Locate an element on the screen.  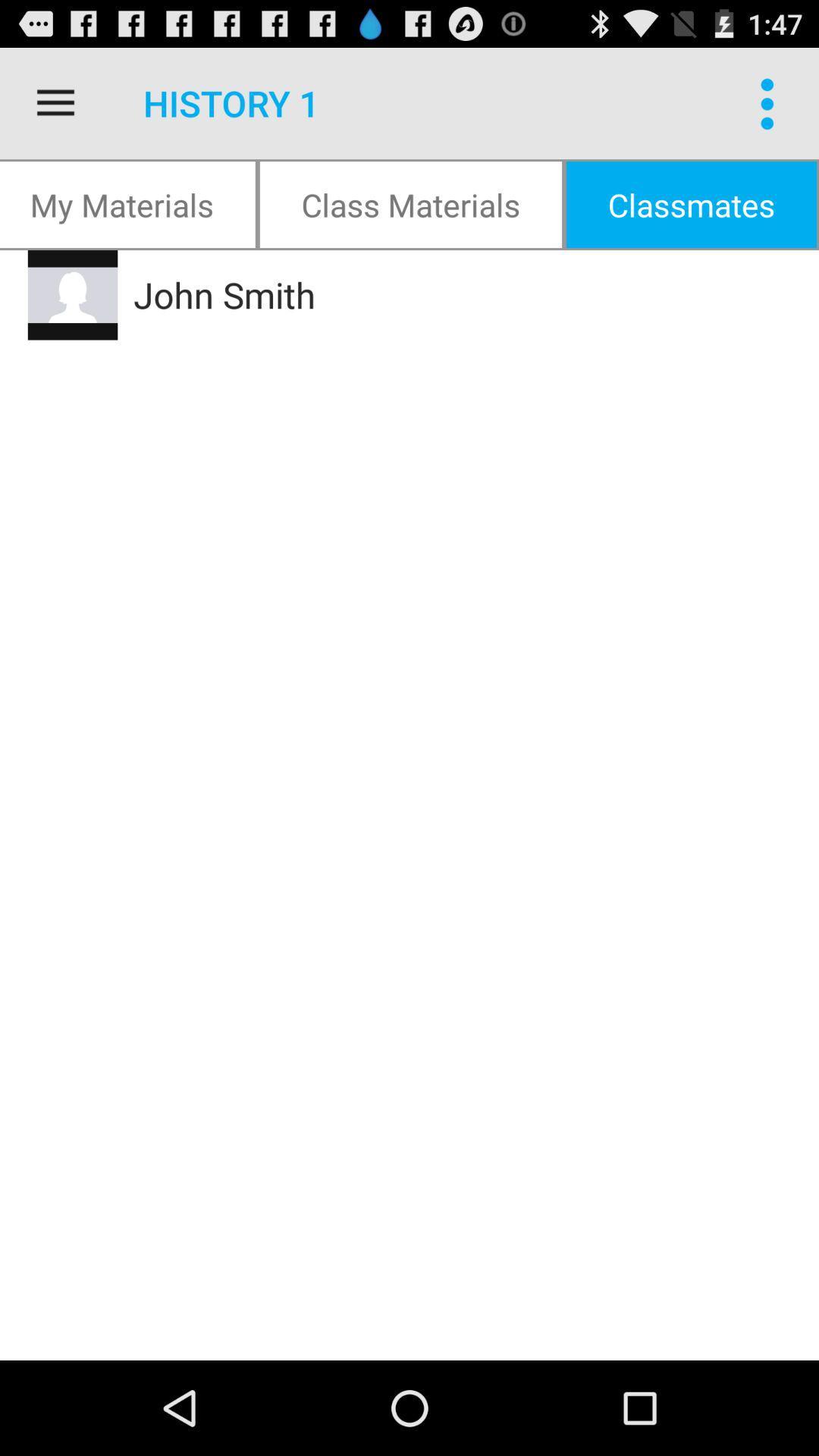
the icon to the right of the class materials icon is located at coordinates (771, 102).